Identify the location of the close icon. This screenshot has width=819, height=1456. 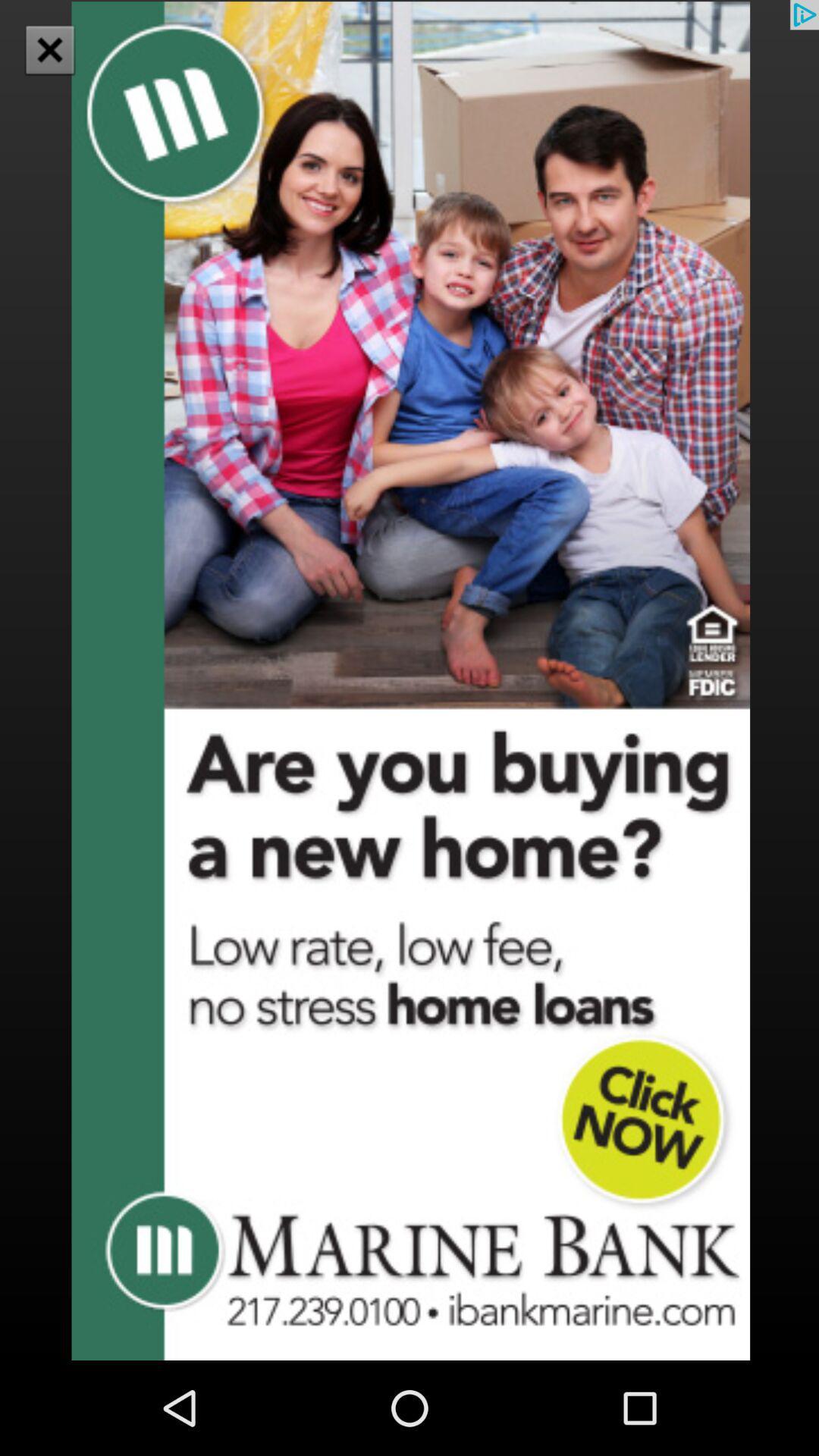
(49, 49).